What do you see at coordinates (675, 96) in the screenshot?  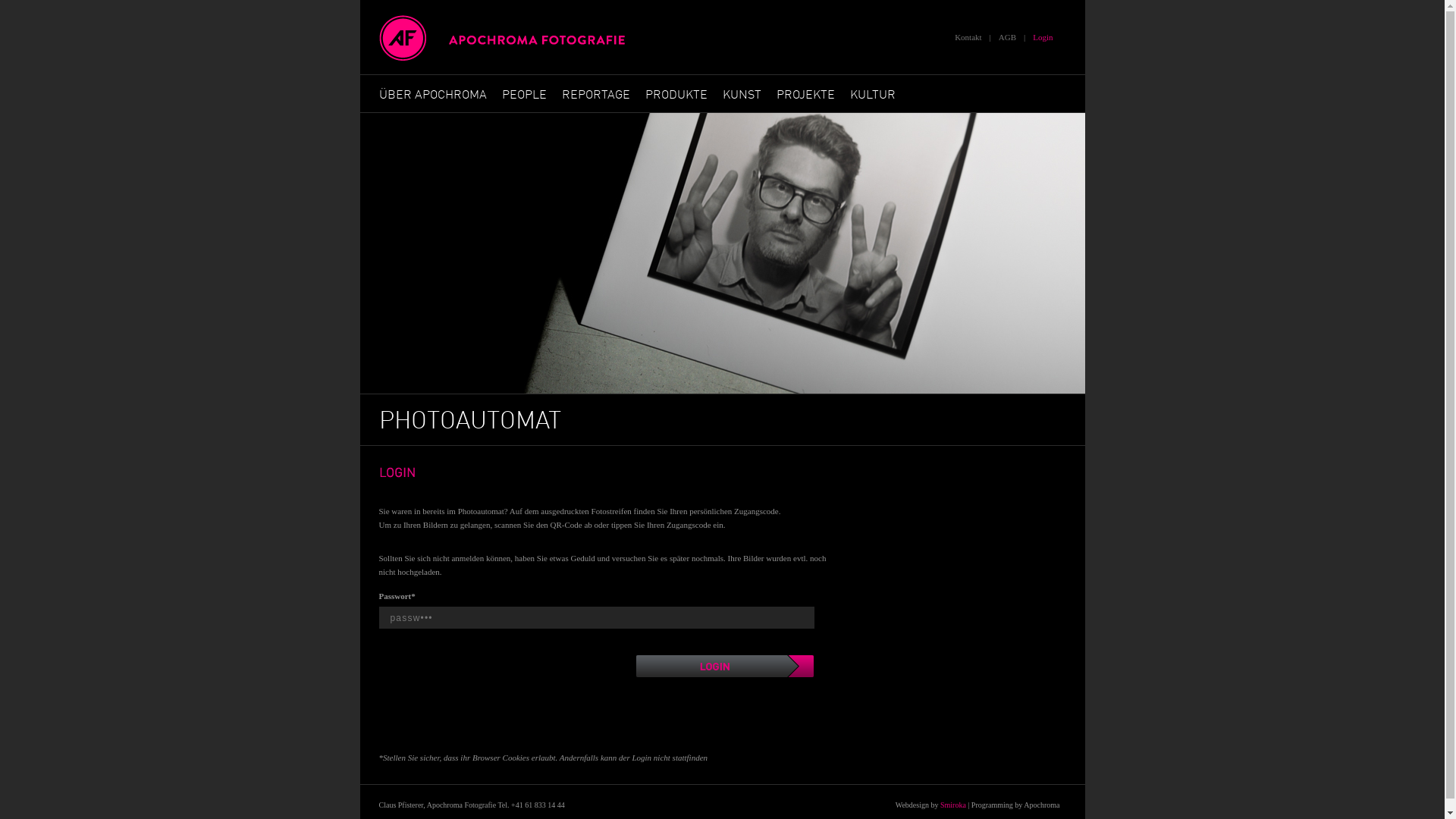 I see `'PRODUKTE'` at bounding box center [675, 96].